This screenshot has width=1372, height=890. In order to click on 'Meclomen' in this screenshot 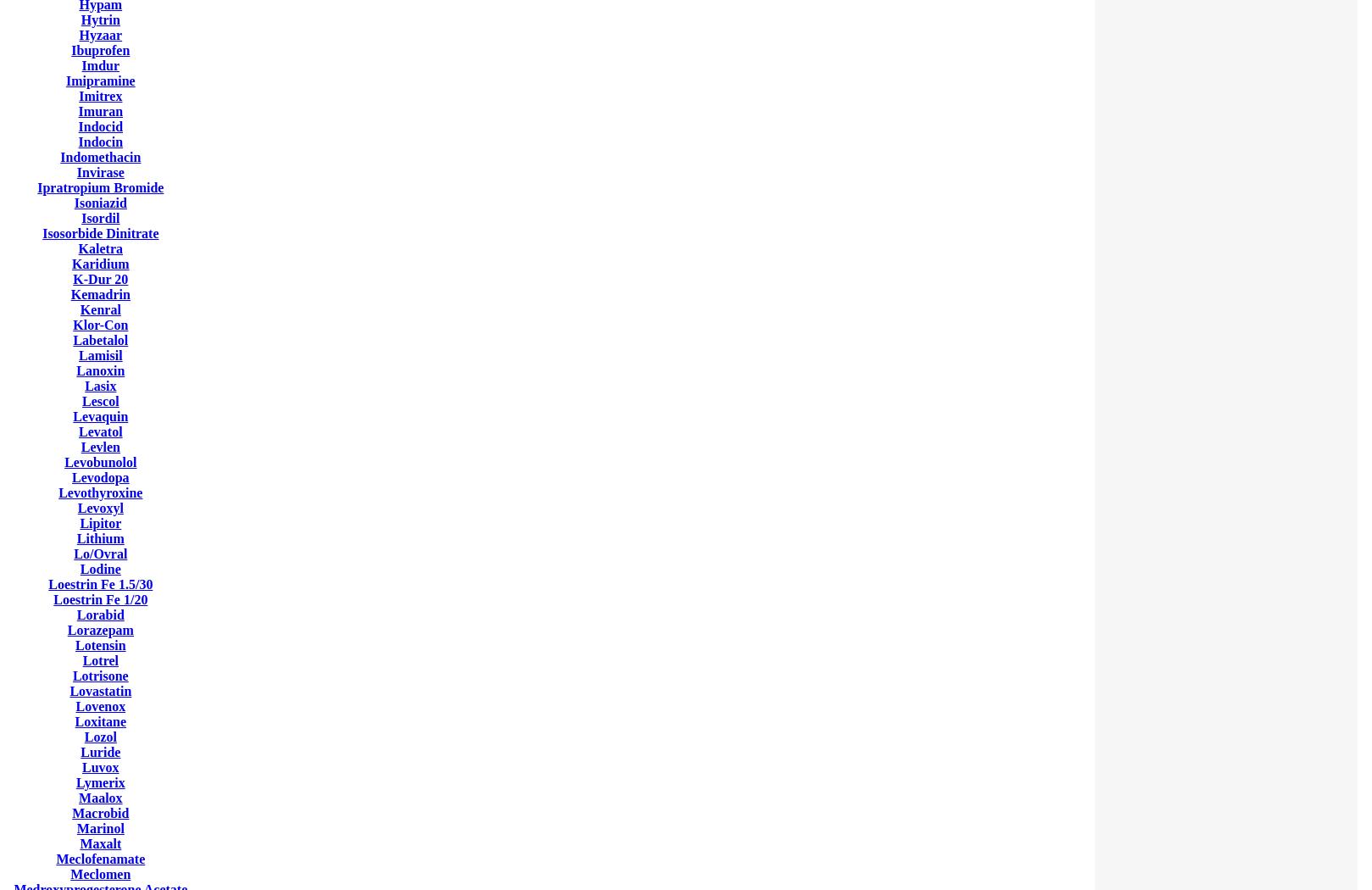, I will do `click(100, 873)`.